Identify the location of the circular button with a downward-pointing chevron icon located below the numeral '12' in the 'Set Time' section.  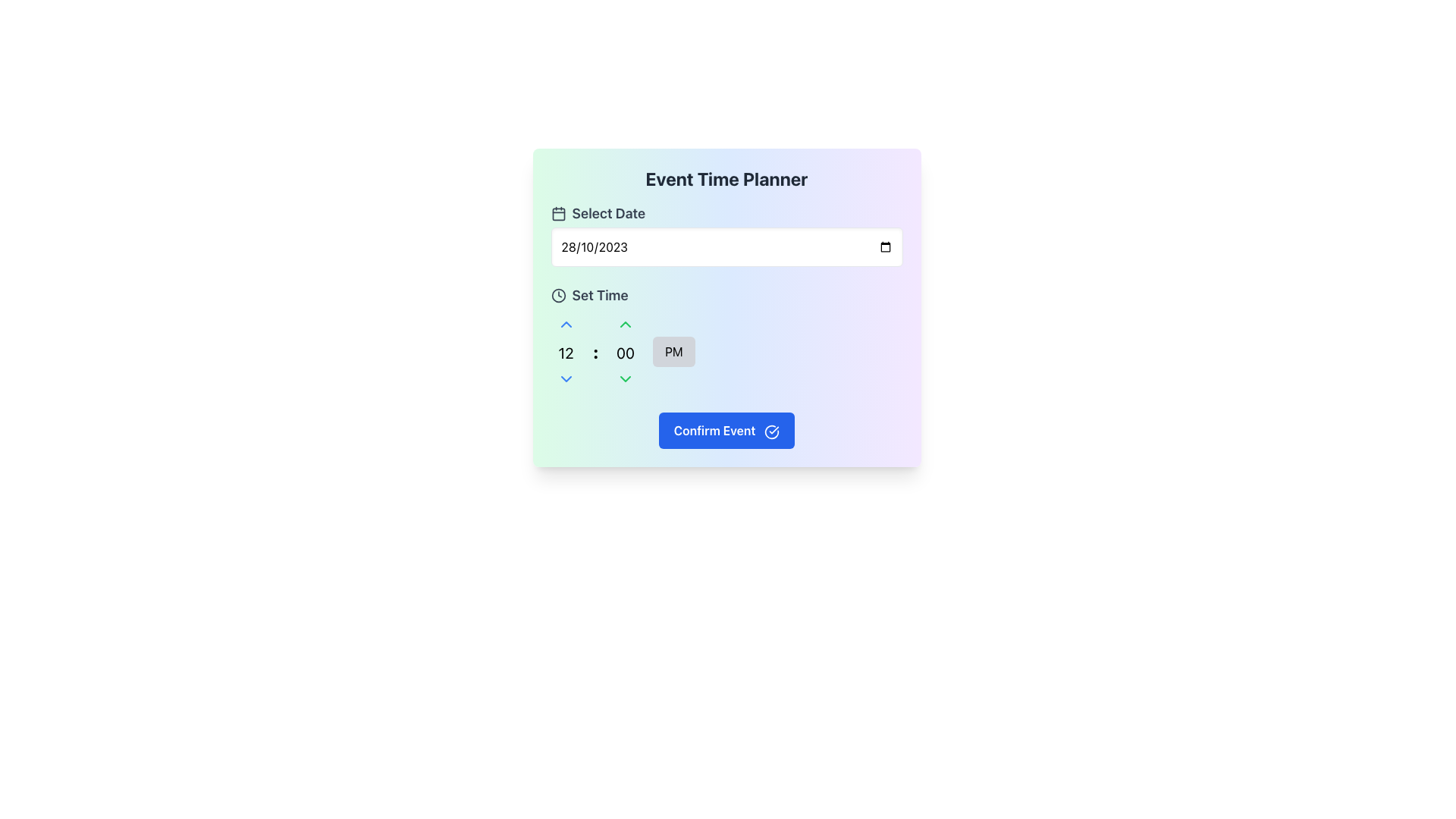
(565, 378).